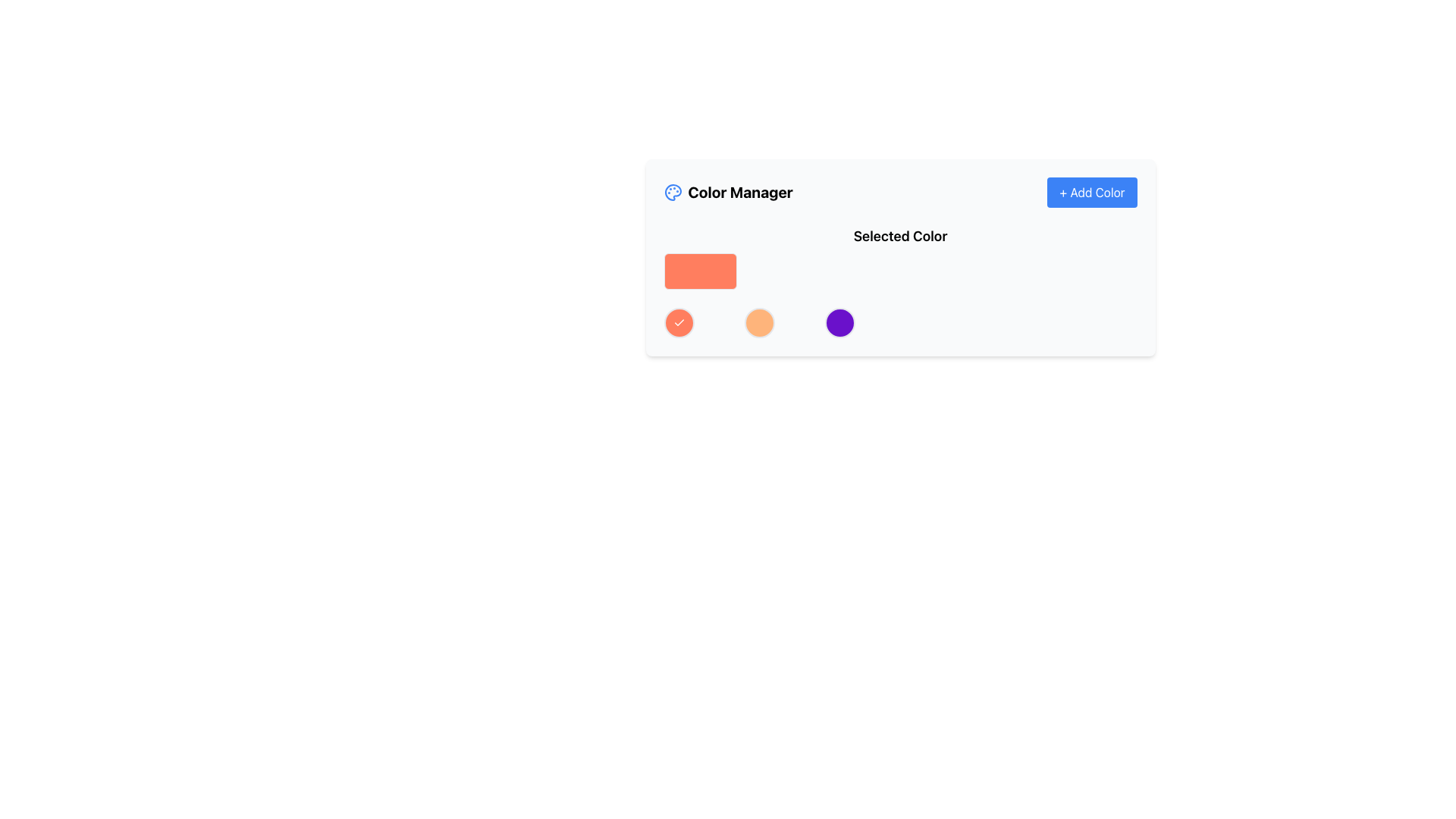 The image size is (1456, 819). I want to click on the fourth circular color selection button in the grid layout, so click(839, 322).